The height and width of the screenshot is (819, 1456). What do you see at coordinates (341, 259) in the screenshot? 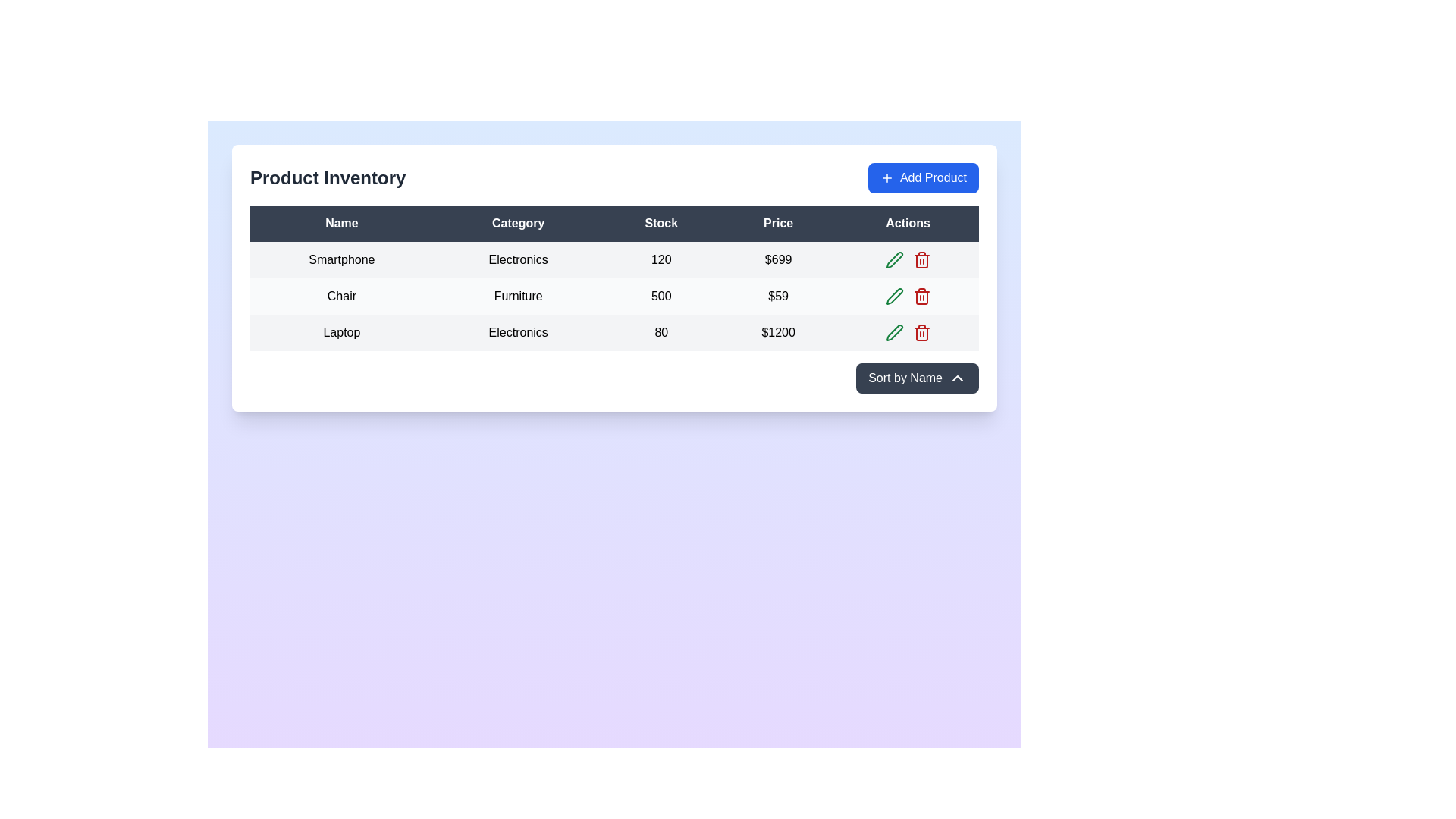
I see `the text label displaying 'Smartphone' in the 'Name' column of the table` at bounding box center [341, 259].